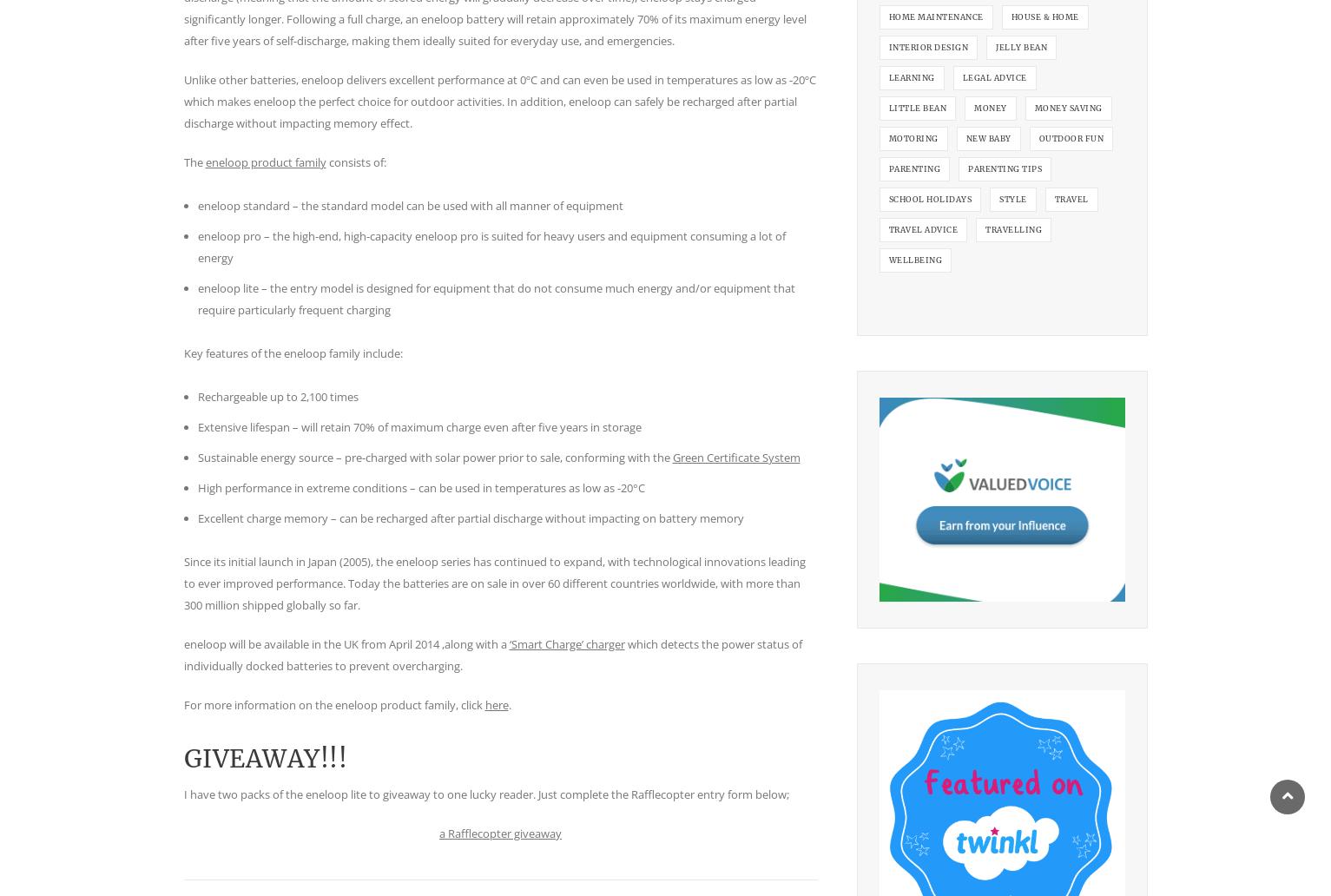 The height and width of the screenshot is (896, 1331). Describe the element at coordinates (993, 76) in the screenshot. I see `'Legal advice'` at that location.